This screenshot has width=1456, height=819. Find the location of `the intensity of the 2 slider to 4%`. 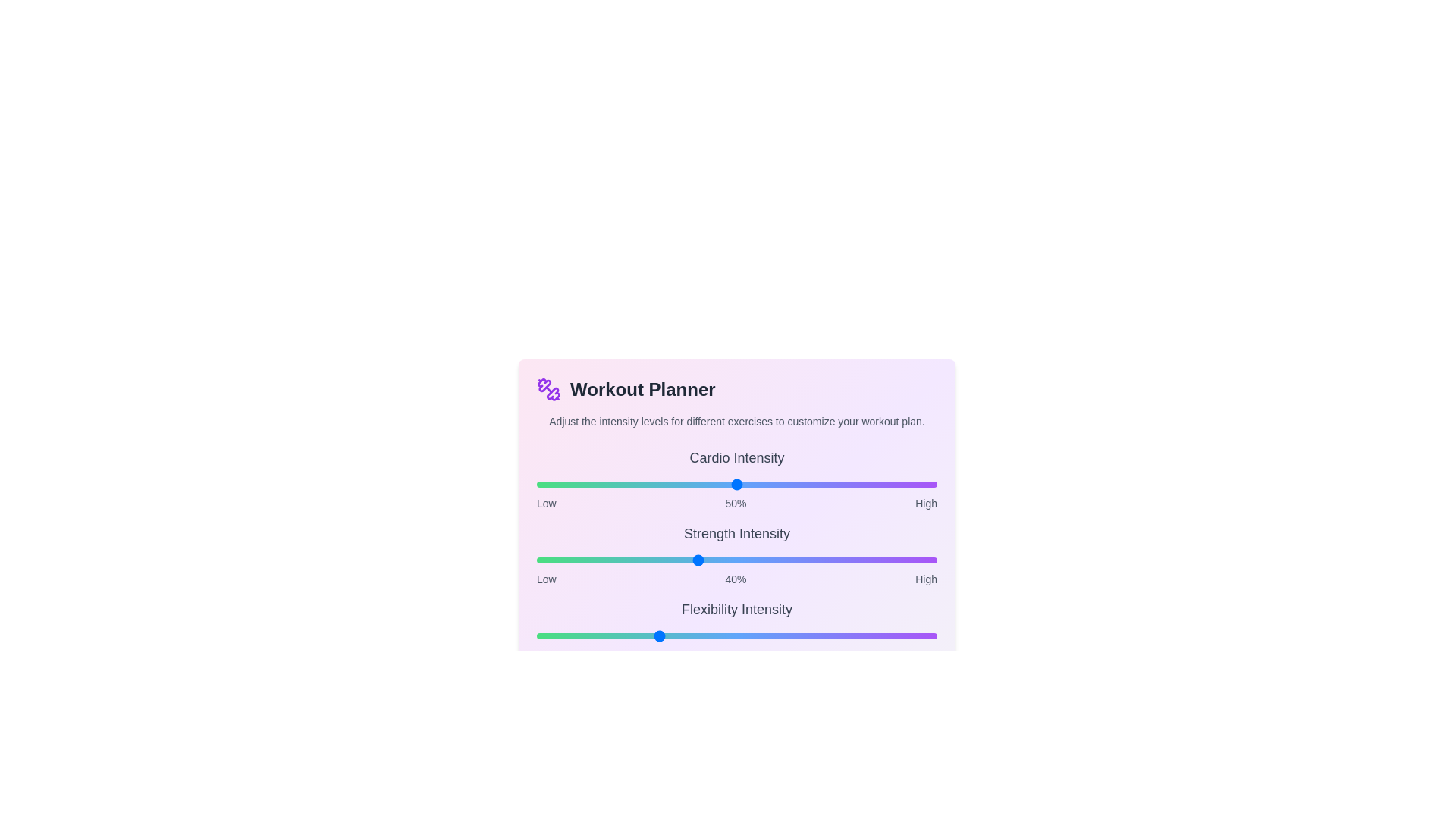

the intensity of the 2 slider to 4% is located at coordinates (552, 636).